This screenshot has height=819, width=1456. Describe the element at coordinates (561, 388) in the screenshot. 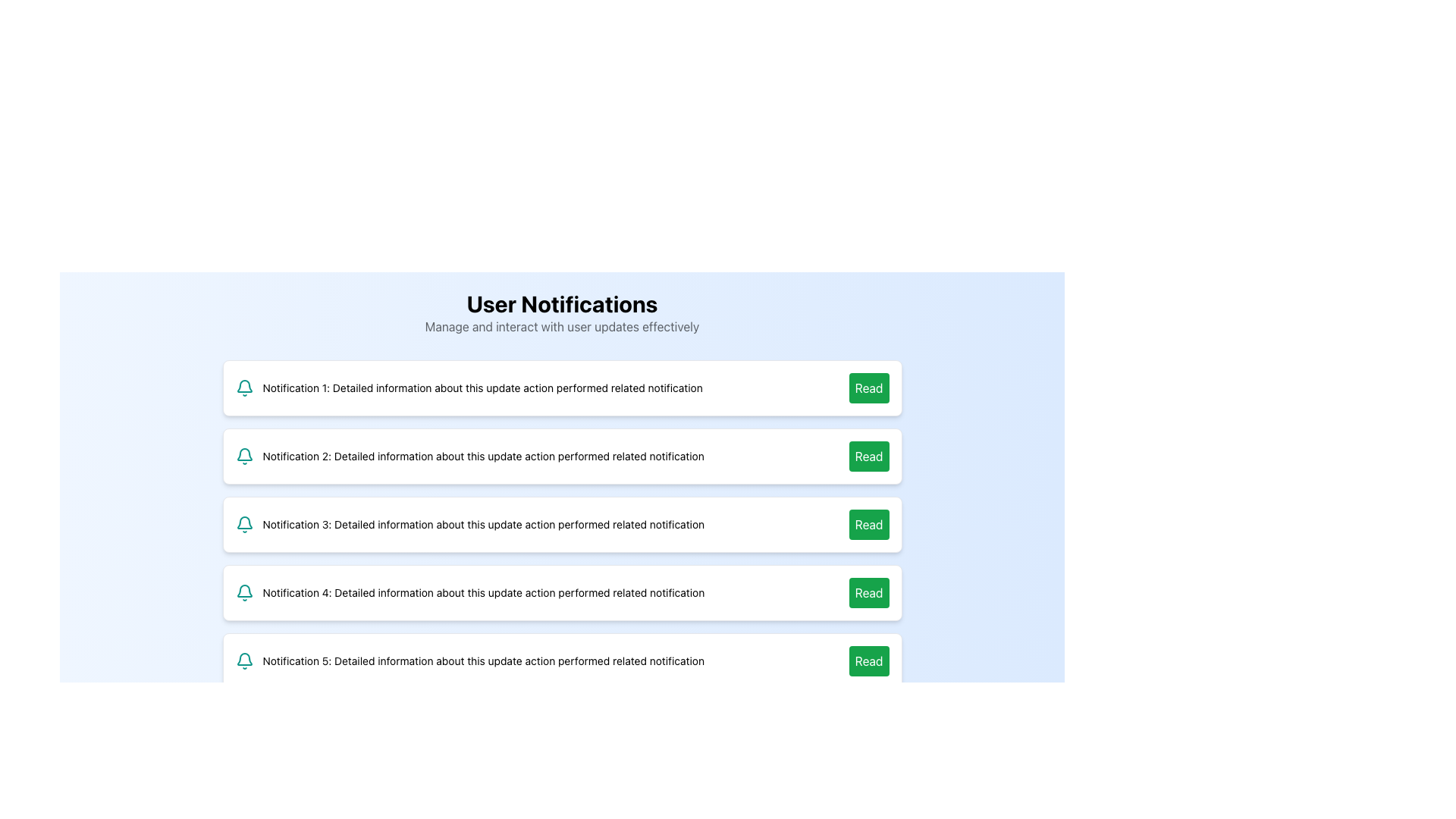

I see `the text of the first notification item` at that location.